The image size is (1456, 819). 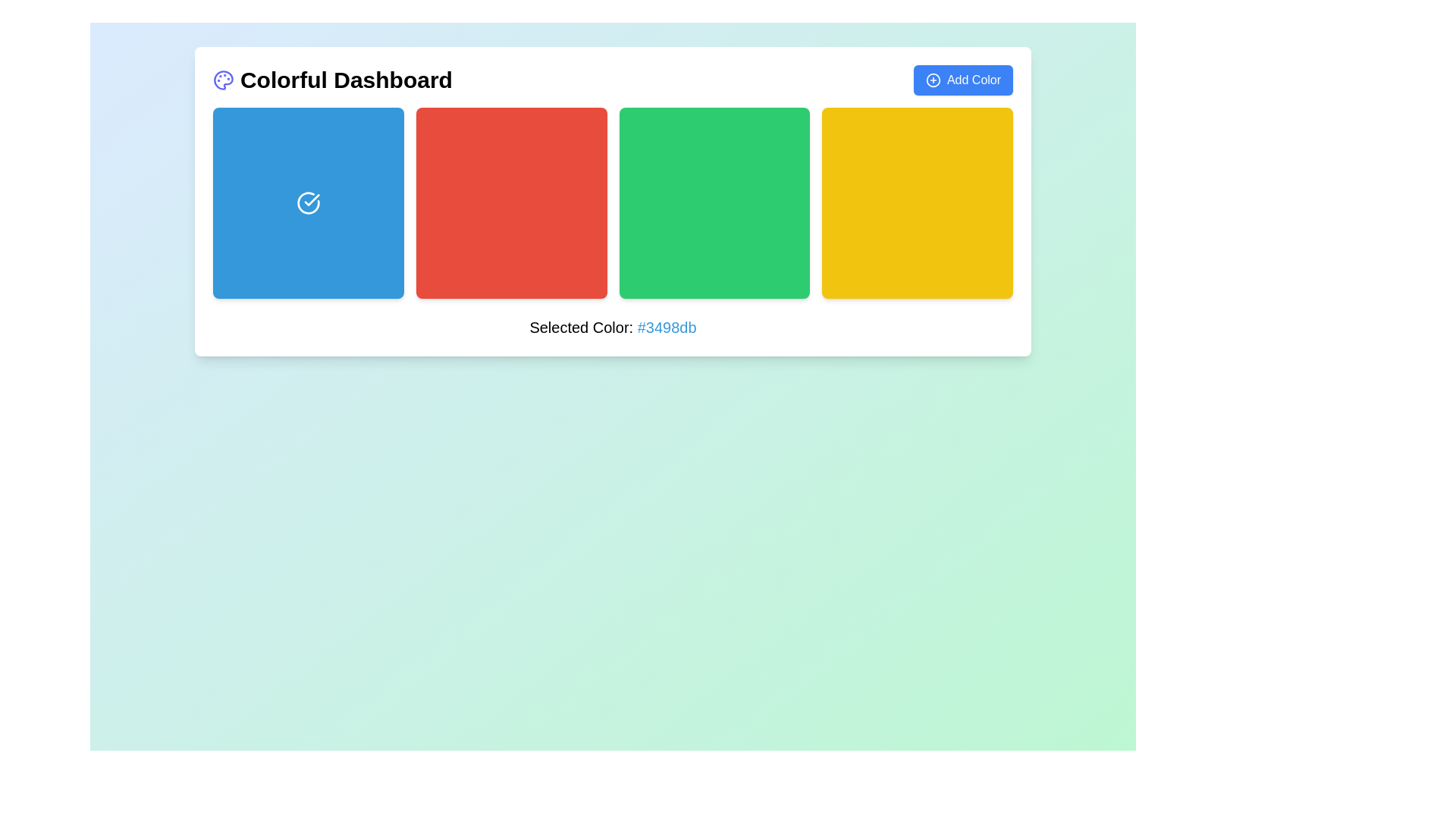 I want to click on the blue square button with a white check mark icon in the center, so click(x=307, y=202).